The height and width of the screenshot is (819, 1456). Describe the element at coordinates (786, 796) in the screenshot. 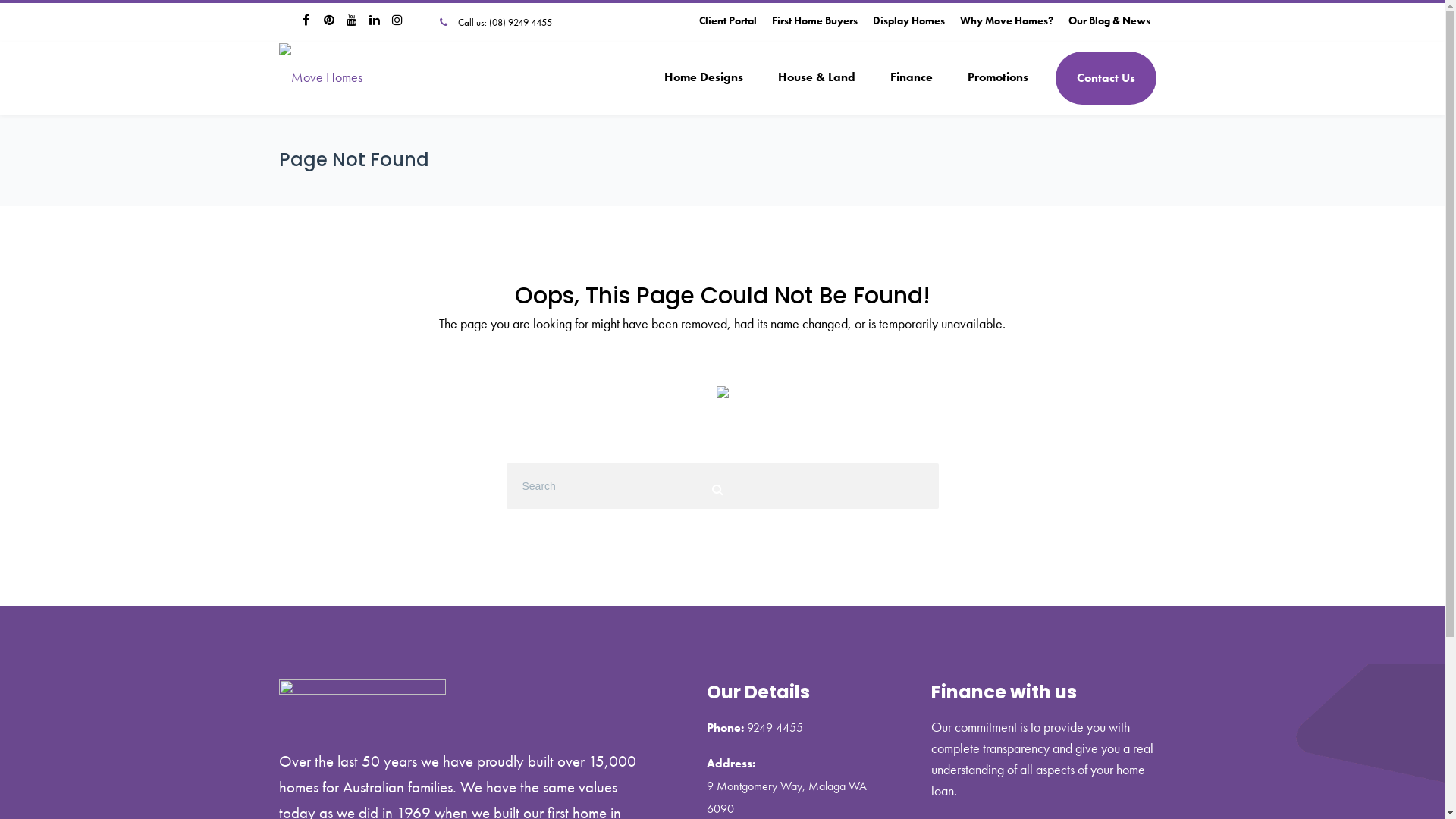

I see `'9 Montgomery Way, Malaga WA` at that location.